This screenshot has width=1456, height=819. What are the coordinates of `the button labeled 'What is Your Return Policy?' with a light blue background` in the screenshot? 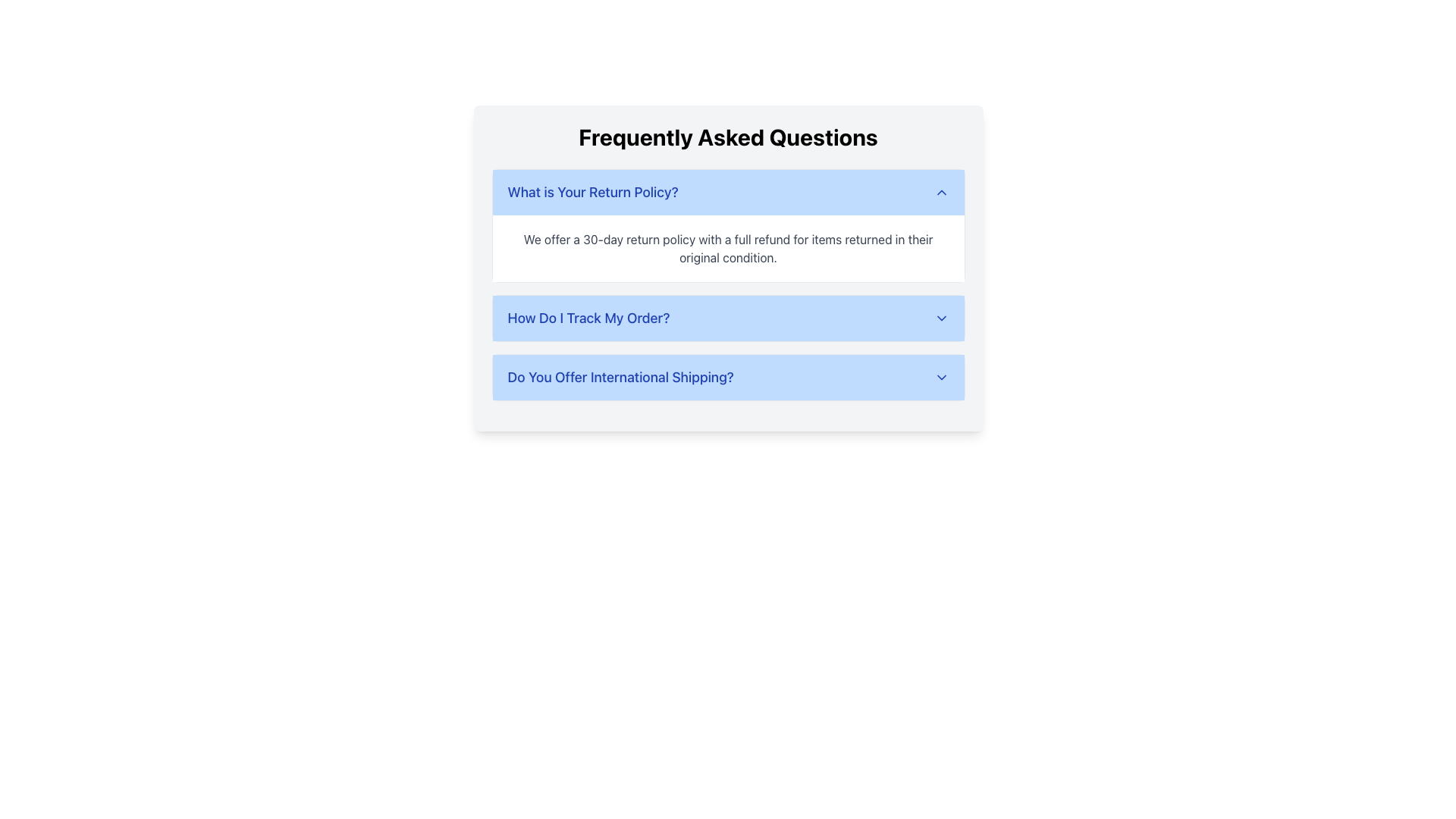 It's located at (728, 192).